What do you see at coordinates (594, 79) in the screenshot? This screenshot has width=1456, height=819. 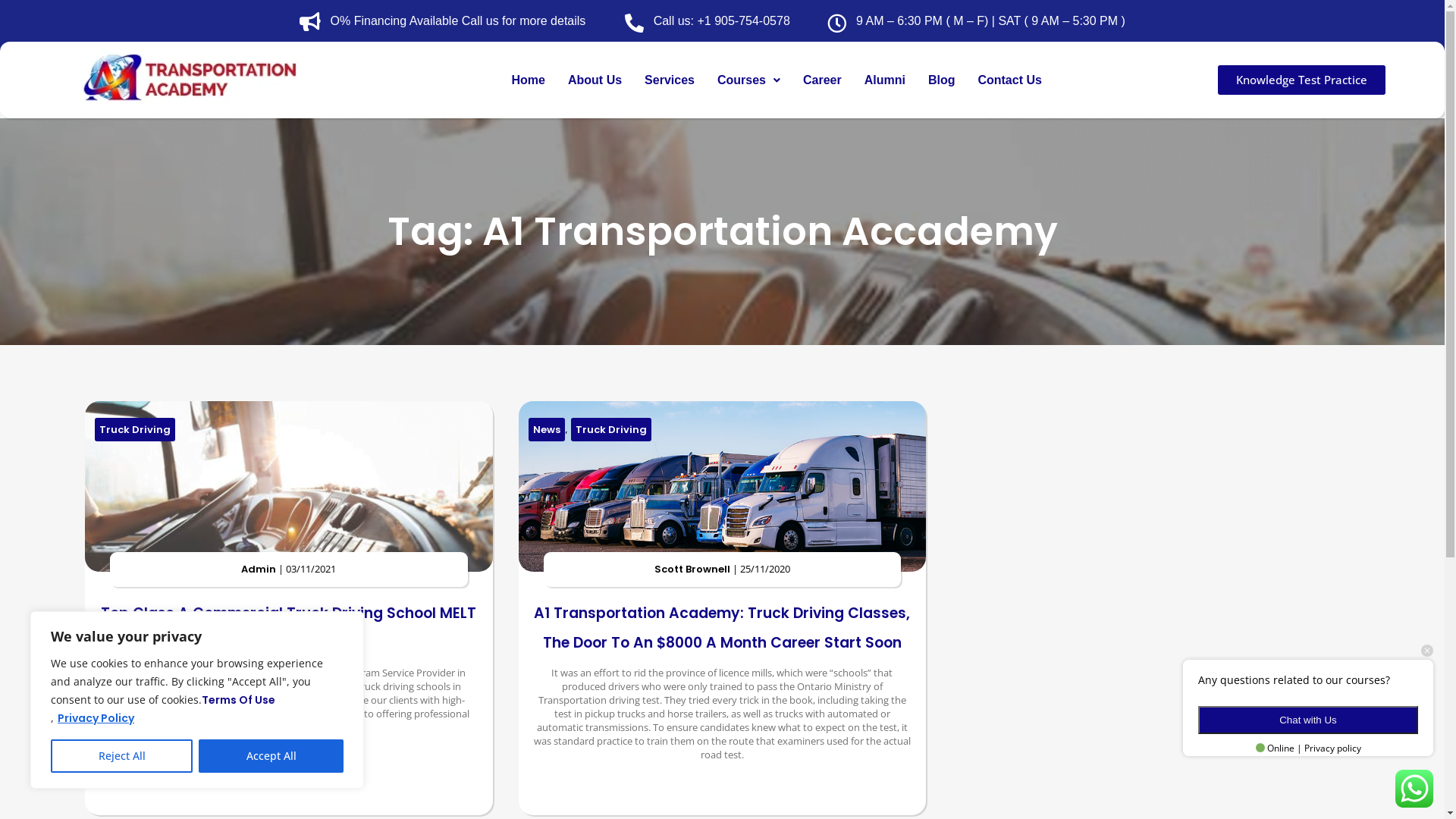 I see `'About Us'` at bounding box center [594, 79].